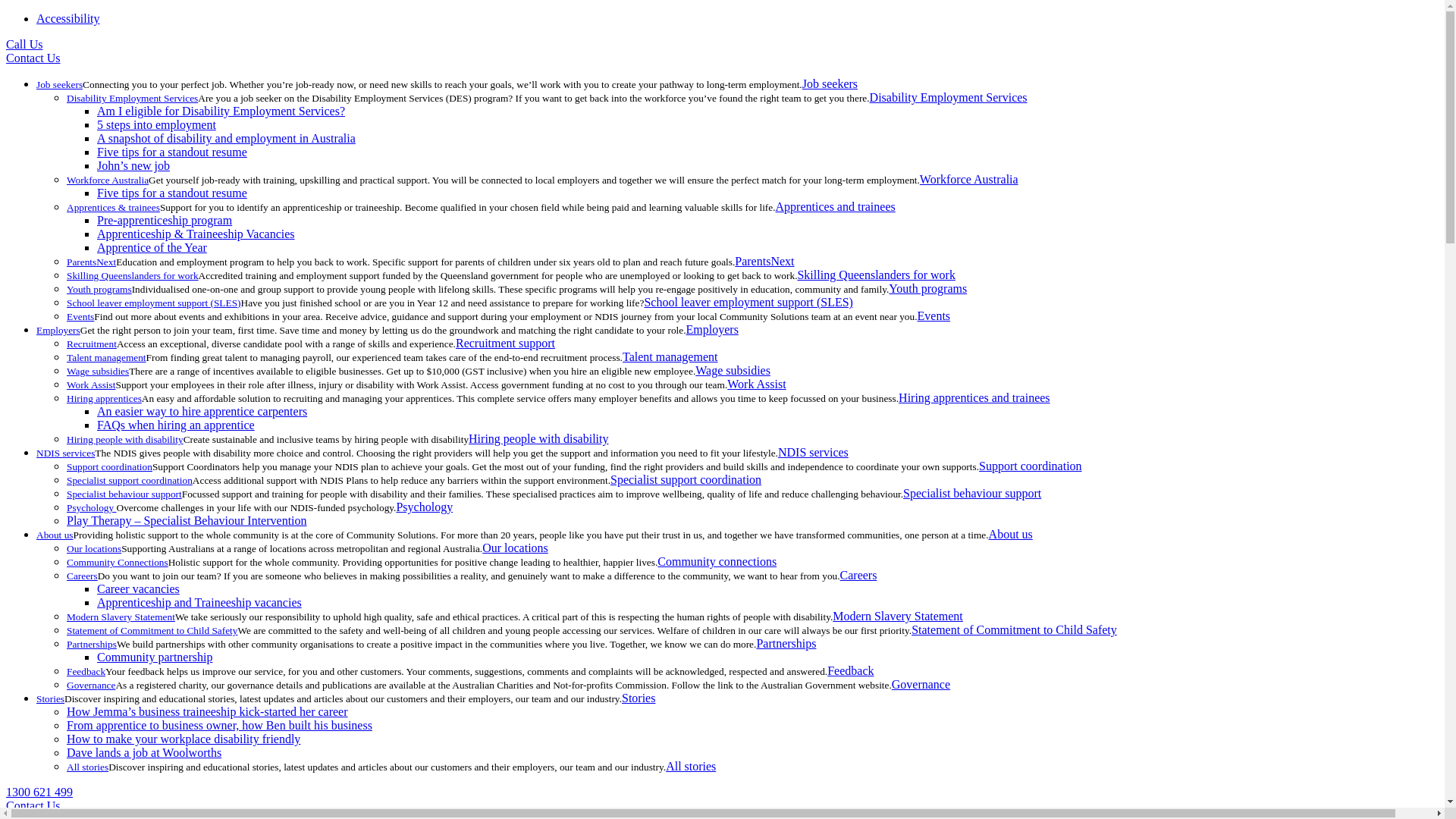 This screenshot has width=1456, height=819. I want to click on 'ParentsNext', so click(764, 260).